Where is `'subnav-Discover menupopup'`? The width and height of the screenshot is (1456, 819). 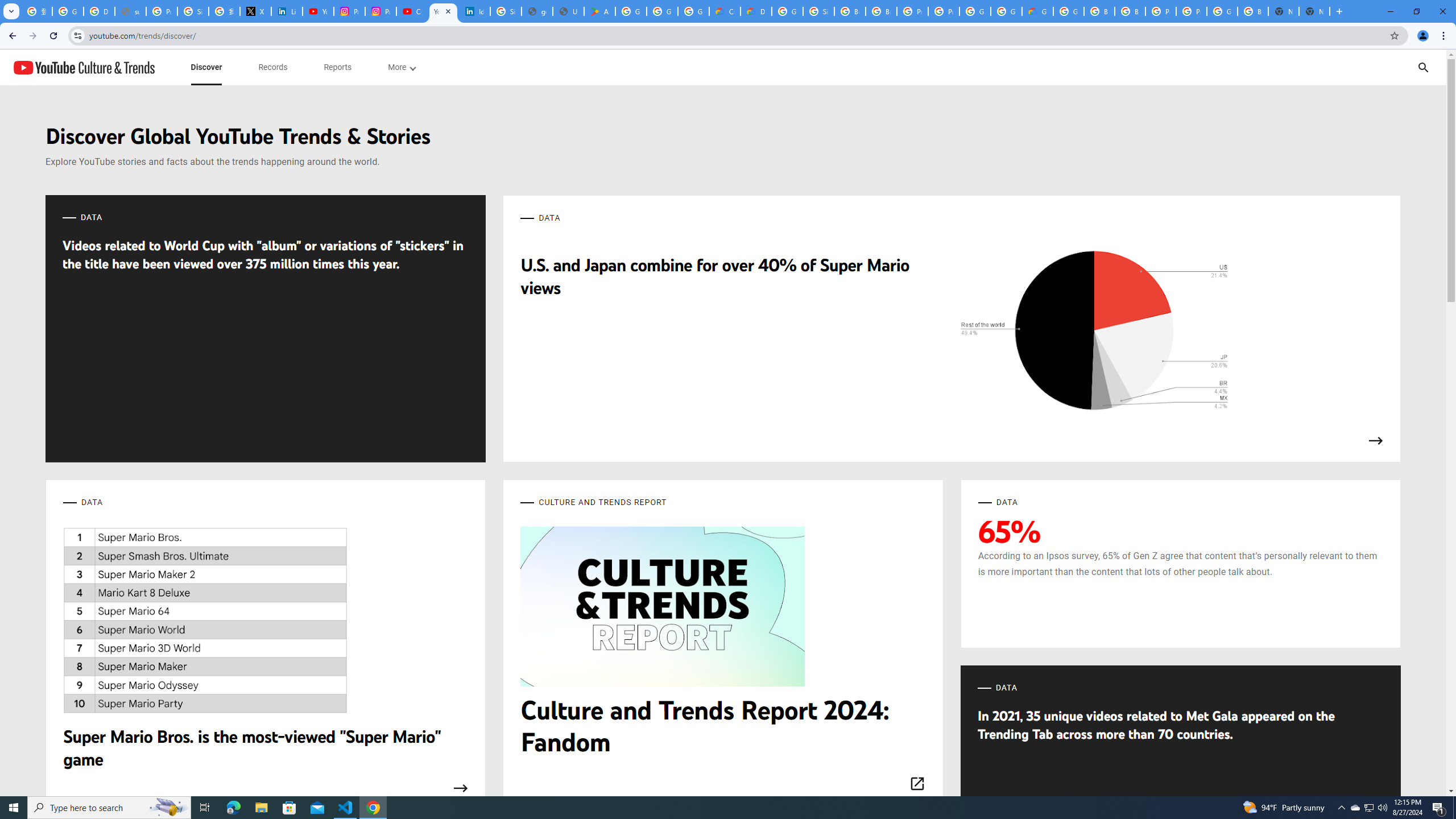
'subnav-Discover menupopup' is located at coordinates (206, 67).